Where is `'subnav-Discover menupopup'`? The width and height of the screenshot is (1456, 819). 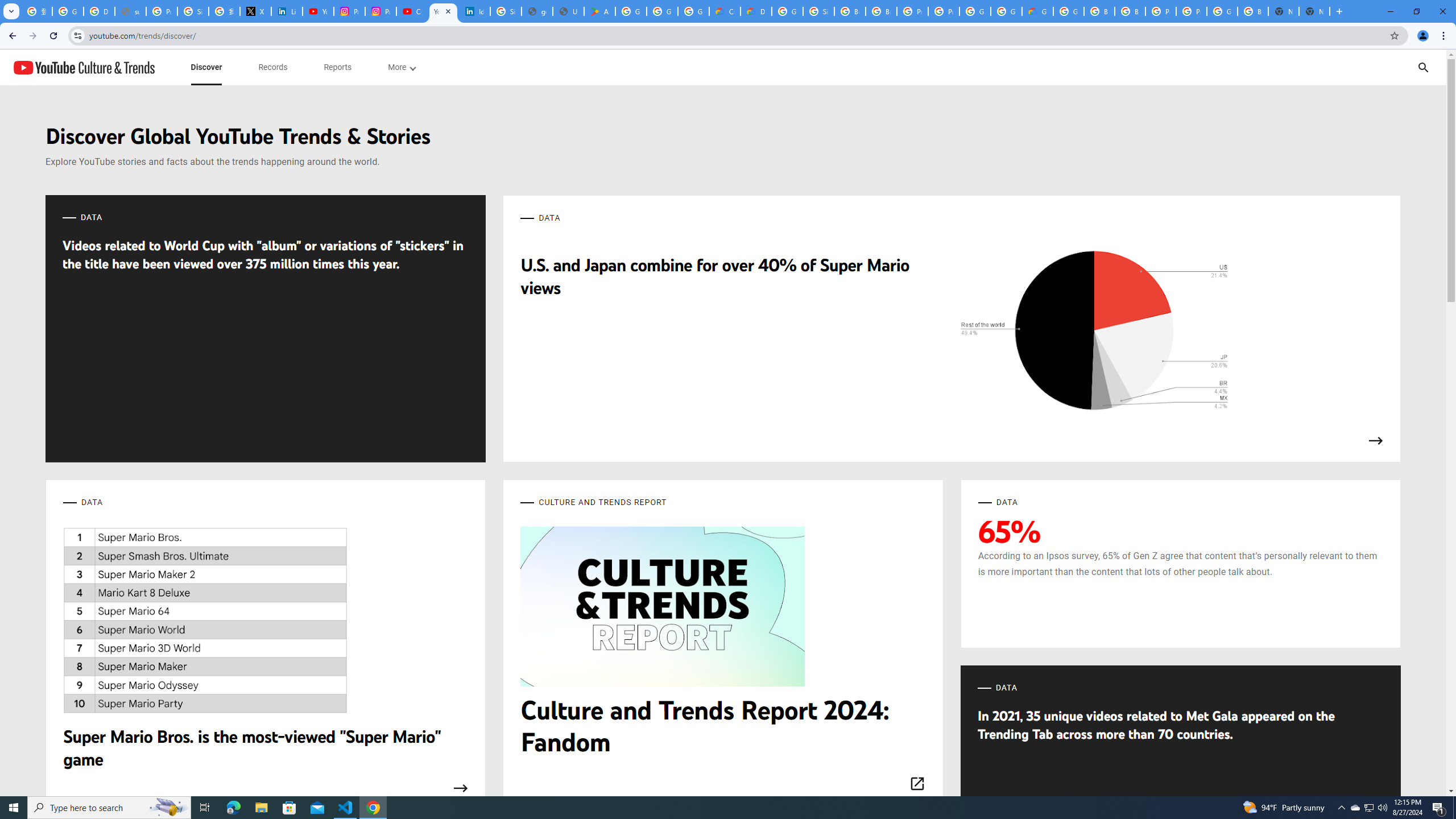
'subnav-Discover menupopup' is located at coordinates (206, 67).